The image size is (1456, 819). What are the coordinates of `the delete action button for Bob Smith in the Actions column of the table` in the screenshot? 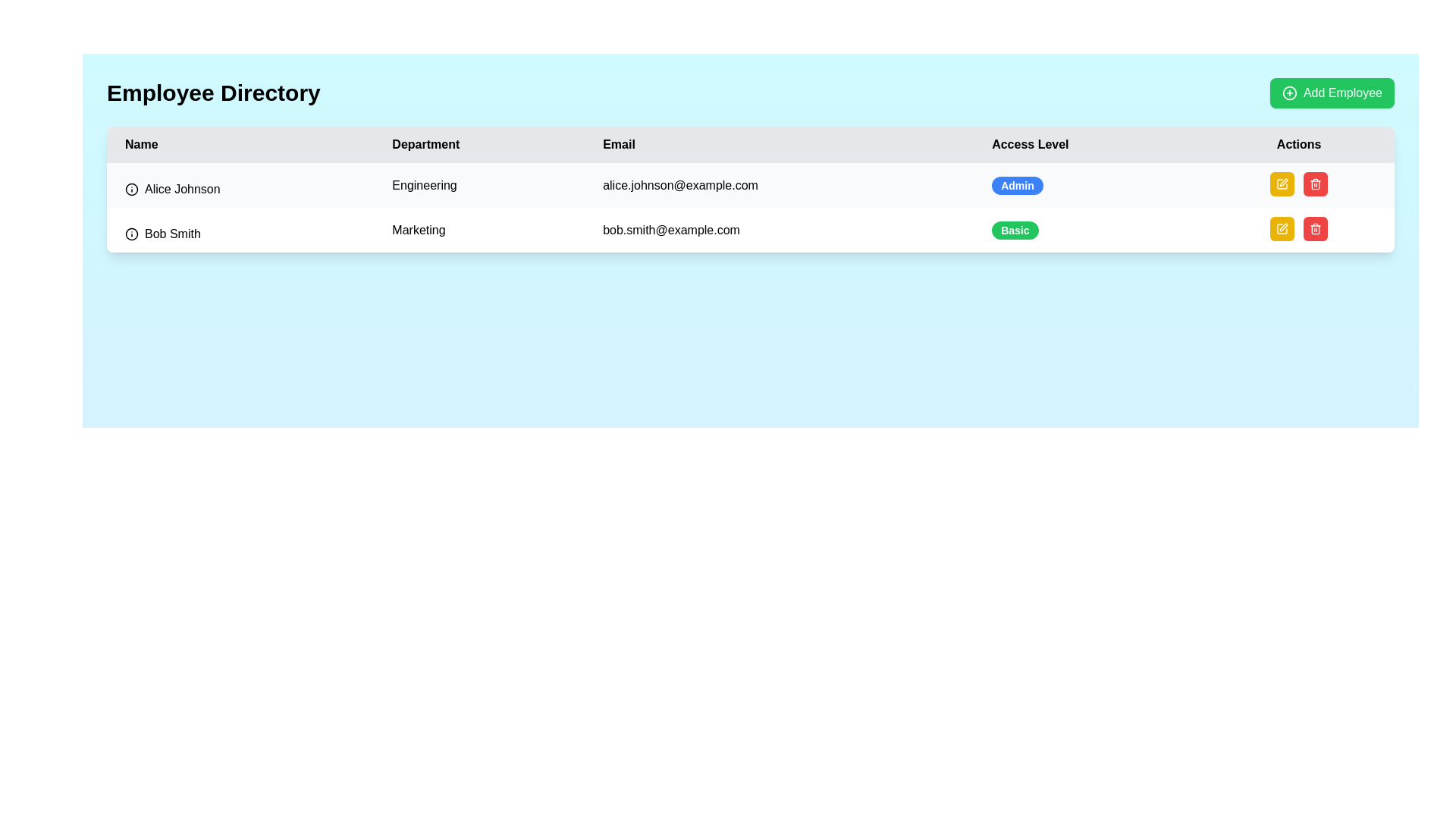 It's located at (1315, 184).